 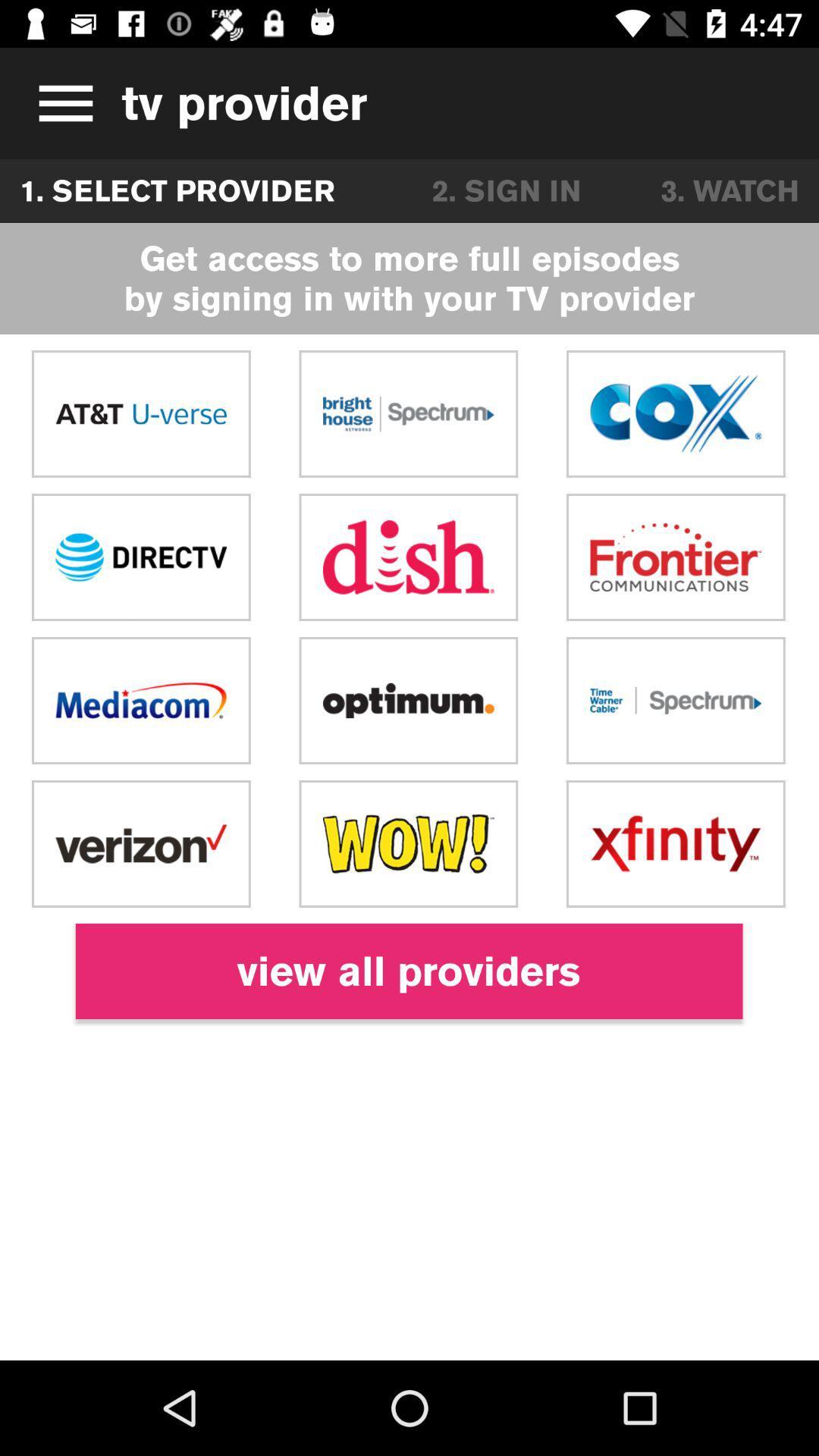 I want to click on item to the left of the tv provider icon, so click(x=60, y=102).